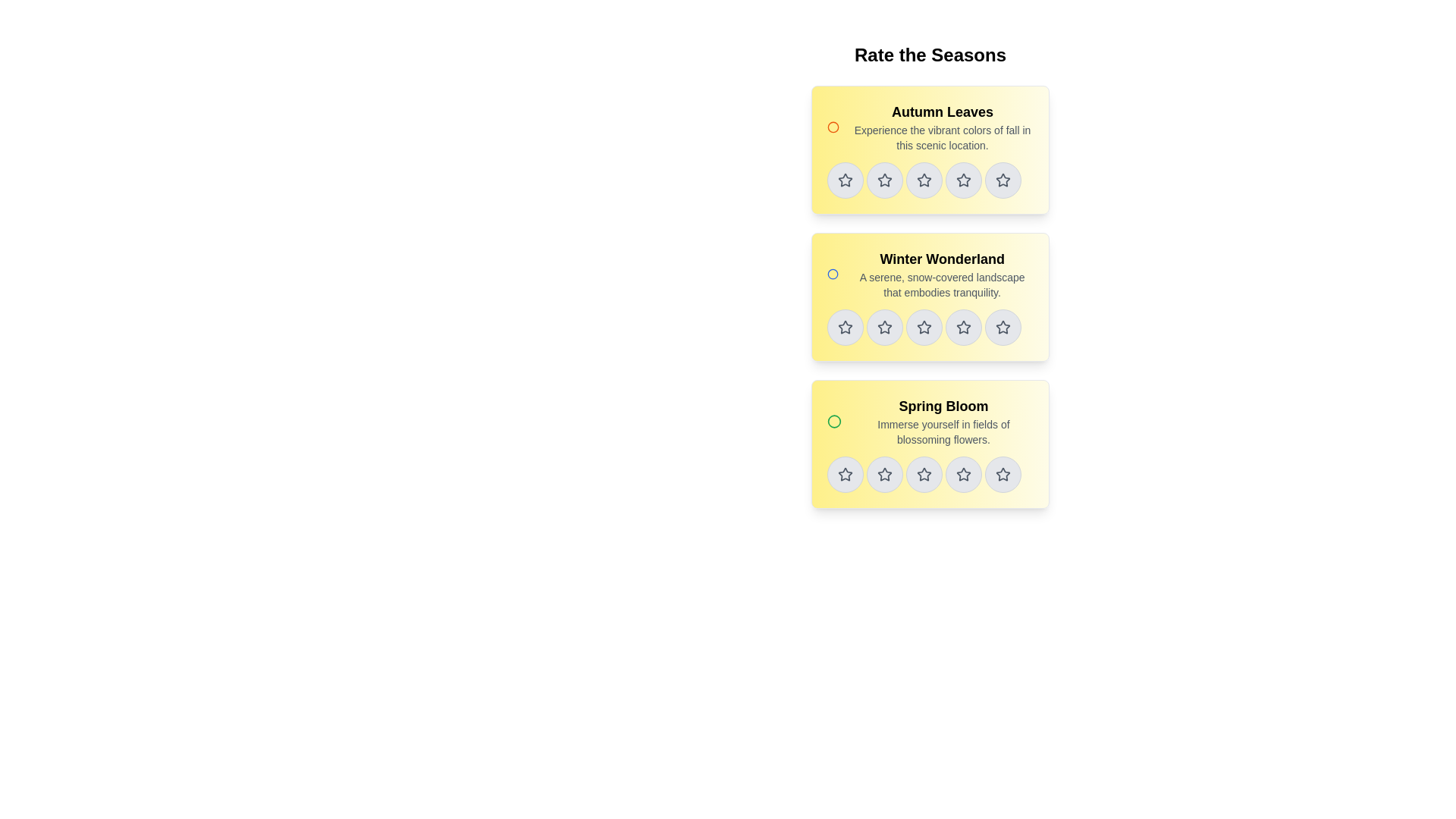  I want to click on the first star rating icon for the 'Spring Bloom' section, so click(844, 473).